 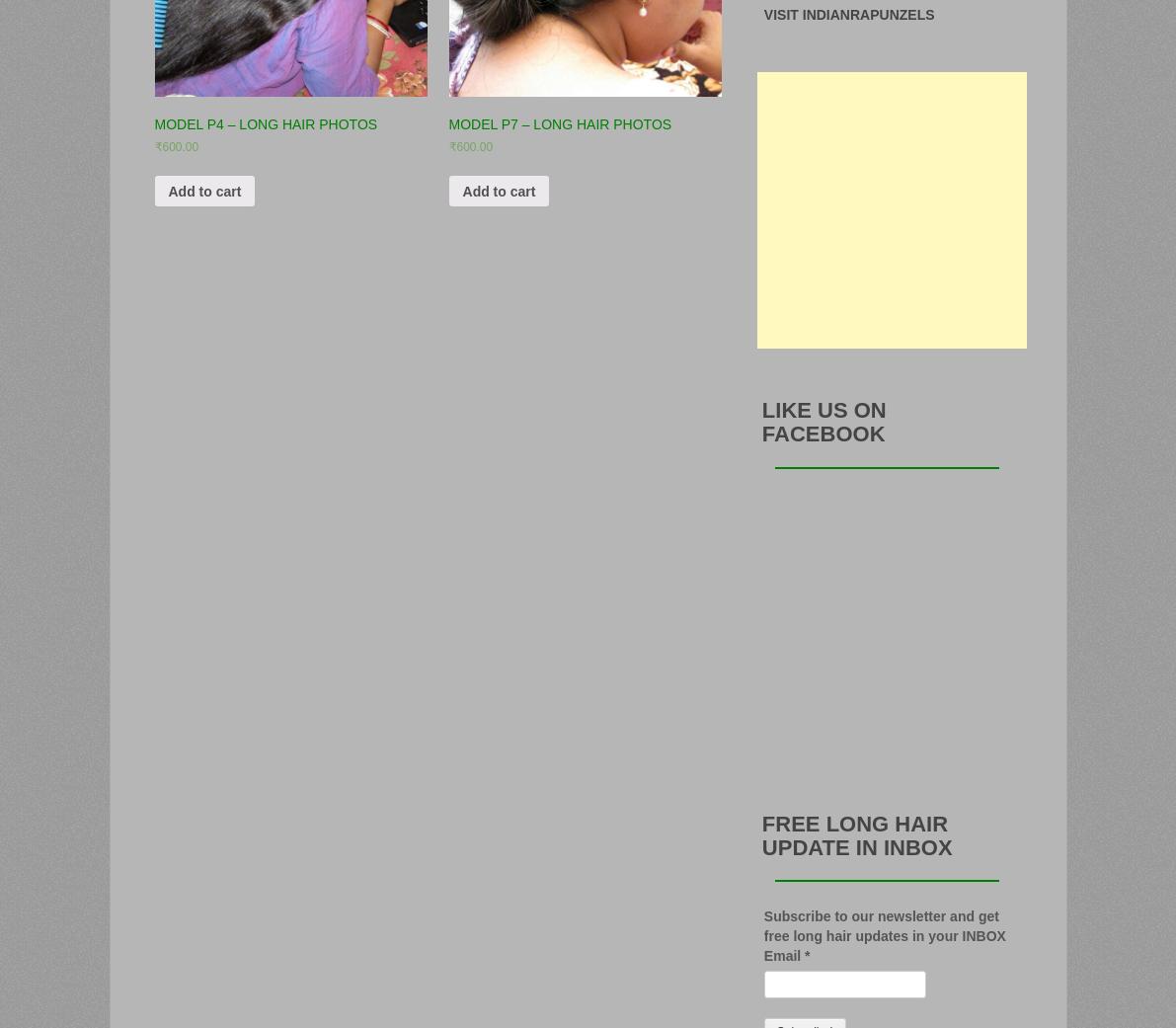 What do you see at coordinates (806, 954) in the screenshot?
I see `'*'` at bounding box center [806, 954].